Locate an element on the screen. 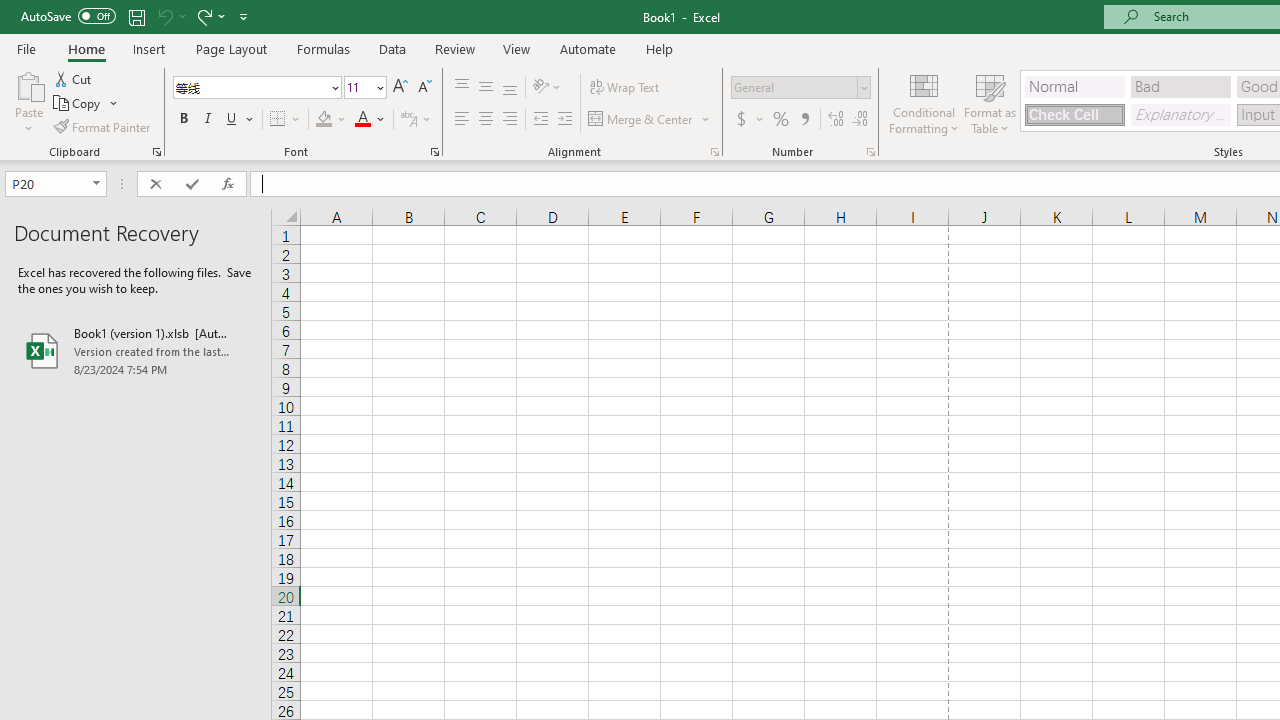 The image size is (1280, 720). 'Center' is located at coordinates (485, 119).